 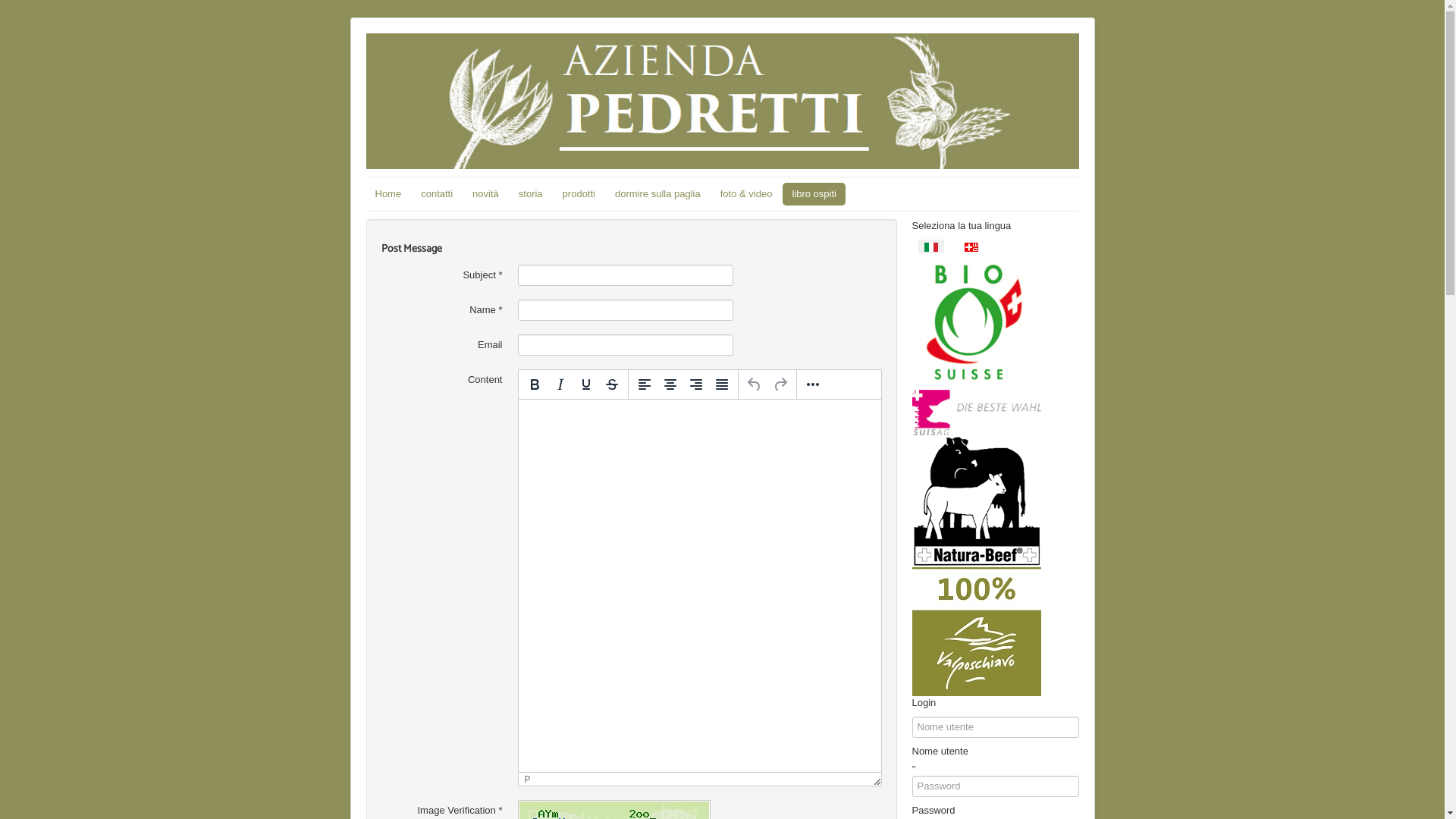 What do you see at coordinates (971, 246) in the screenshot?
I see `'Deutsch (Deutschland)'` at bounding box center [971, 246].